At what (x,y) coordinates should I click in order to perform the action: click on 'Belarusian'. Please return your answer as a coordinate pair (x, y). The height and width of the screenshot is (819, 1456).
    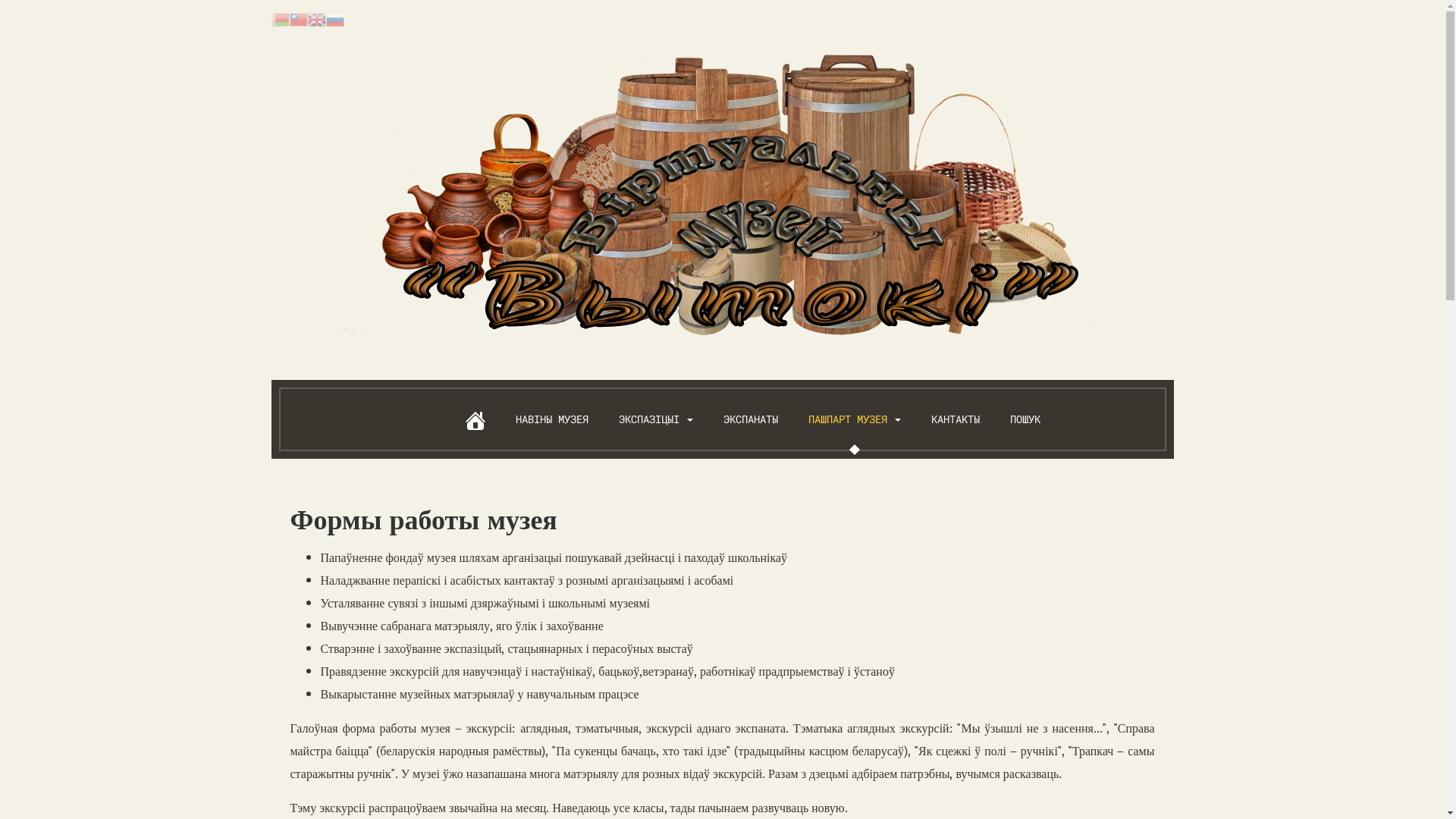
    Looking at the image, I should click on (280, 18).